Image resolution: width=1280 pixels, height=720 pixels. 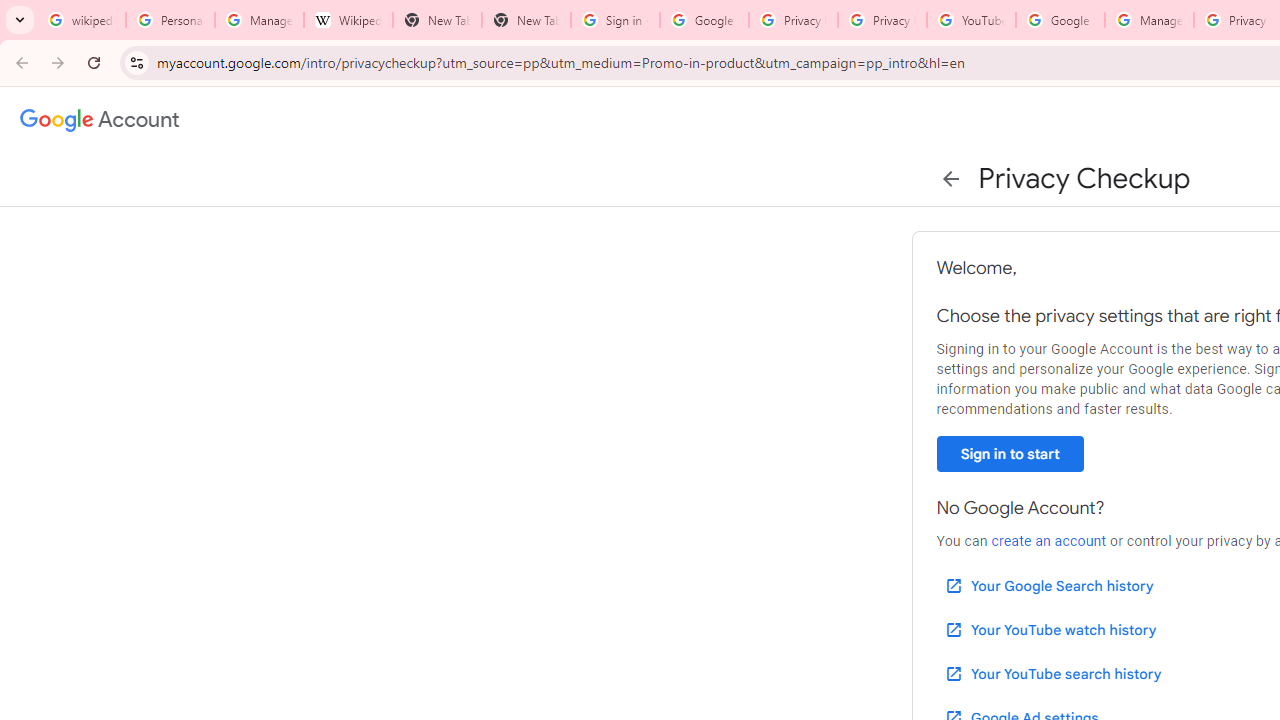 I want to click on 'Sign in to start', so click(x=1009, y=454).